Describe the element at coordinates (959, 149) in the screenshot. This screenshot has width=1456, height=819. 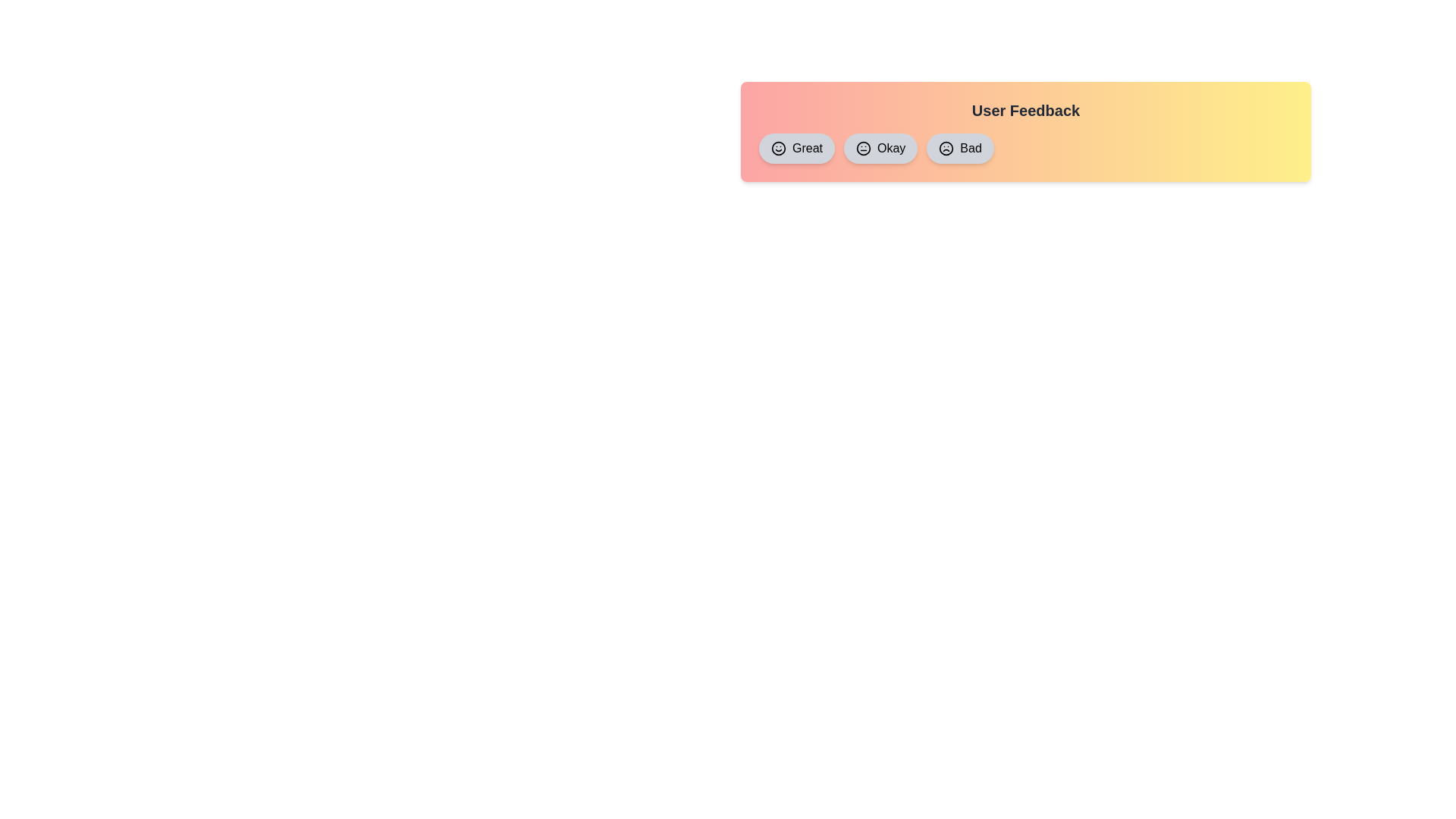
I see `the chip labeled Bad` at that location.